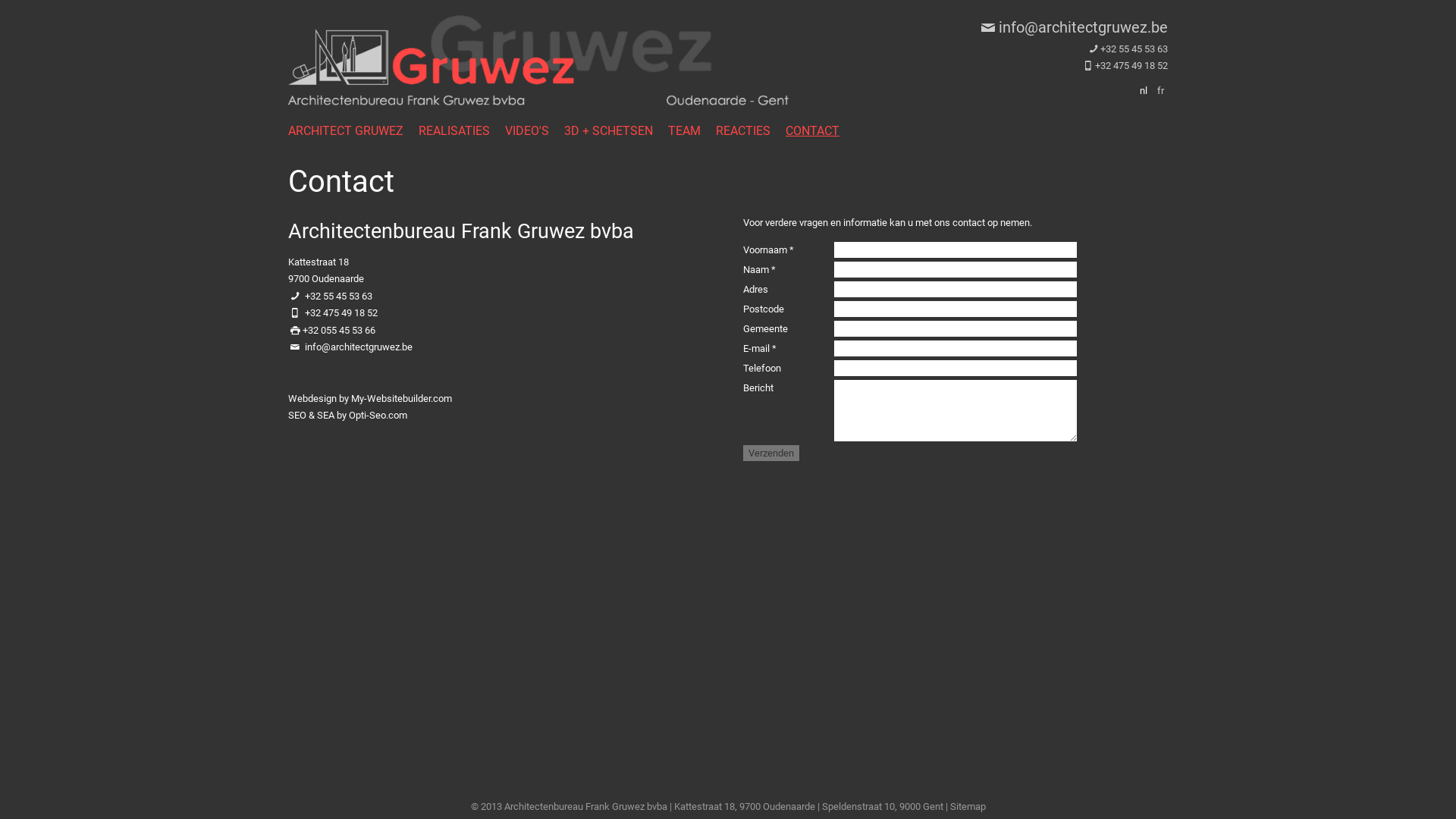  What do you see at coordinates (750, 130) in the screenshot?
I see `'REACTIES'` at bounding box center [750, 130].